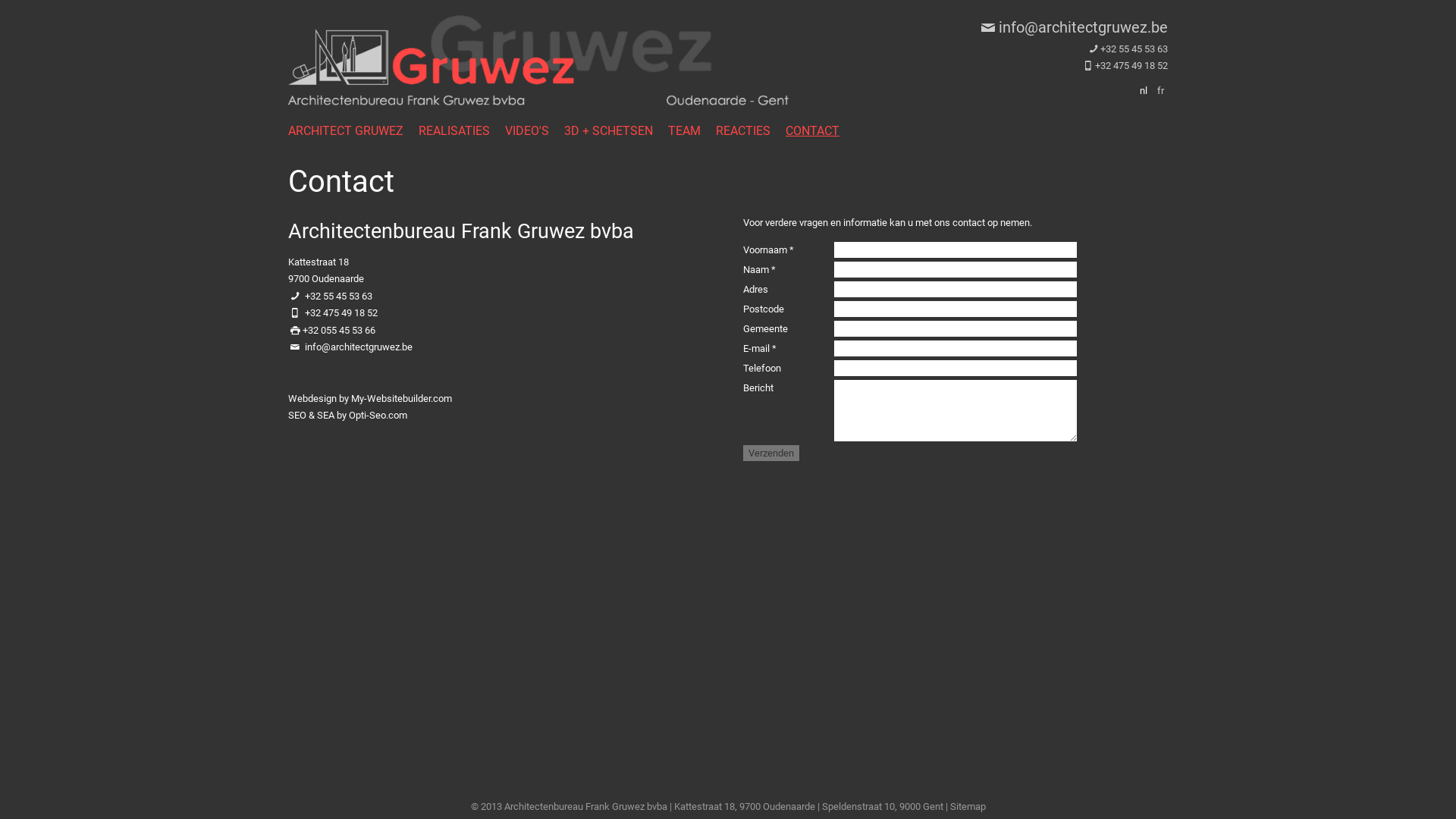  What do you see at coordinates (750, 130) in the screenshot?
I see `'REACTIES'` at bounding box center [750, 130].